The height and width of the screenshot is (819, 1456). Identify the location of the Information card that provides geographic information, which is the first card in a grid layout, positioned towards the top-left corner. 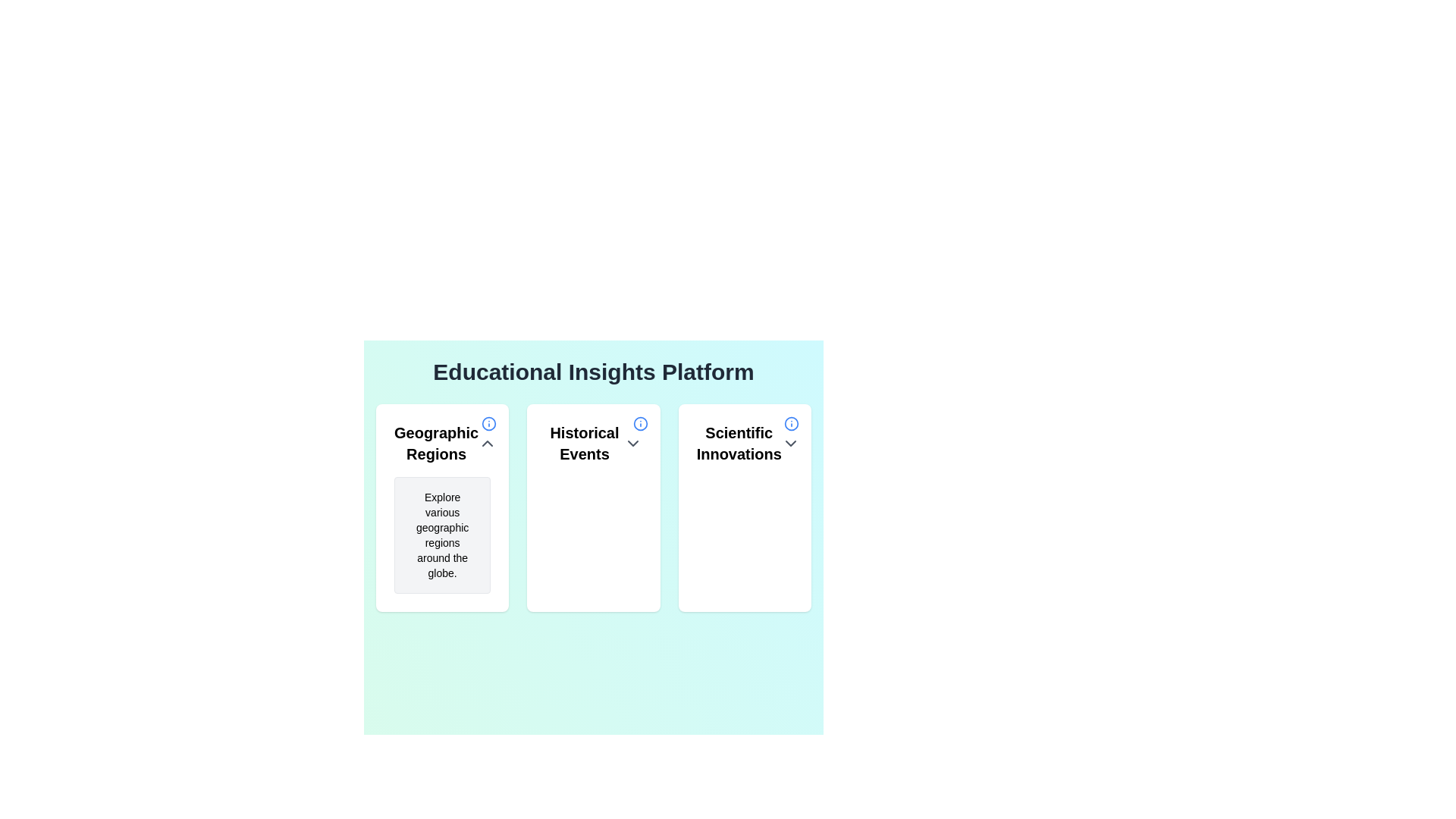
(441, 508).